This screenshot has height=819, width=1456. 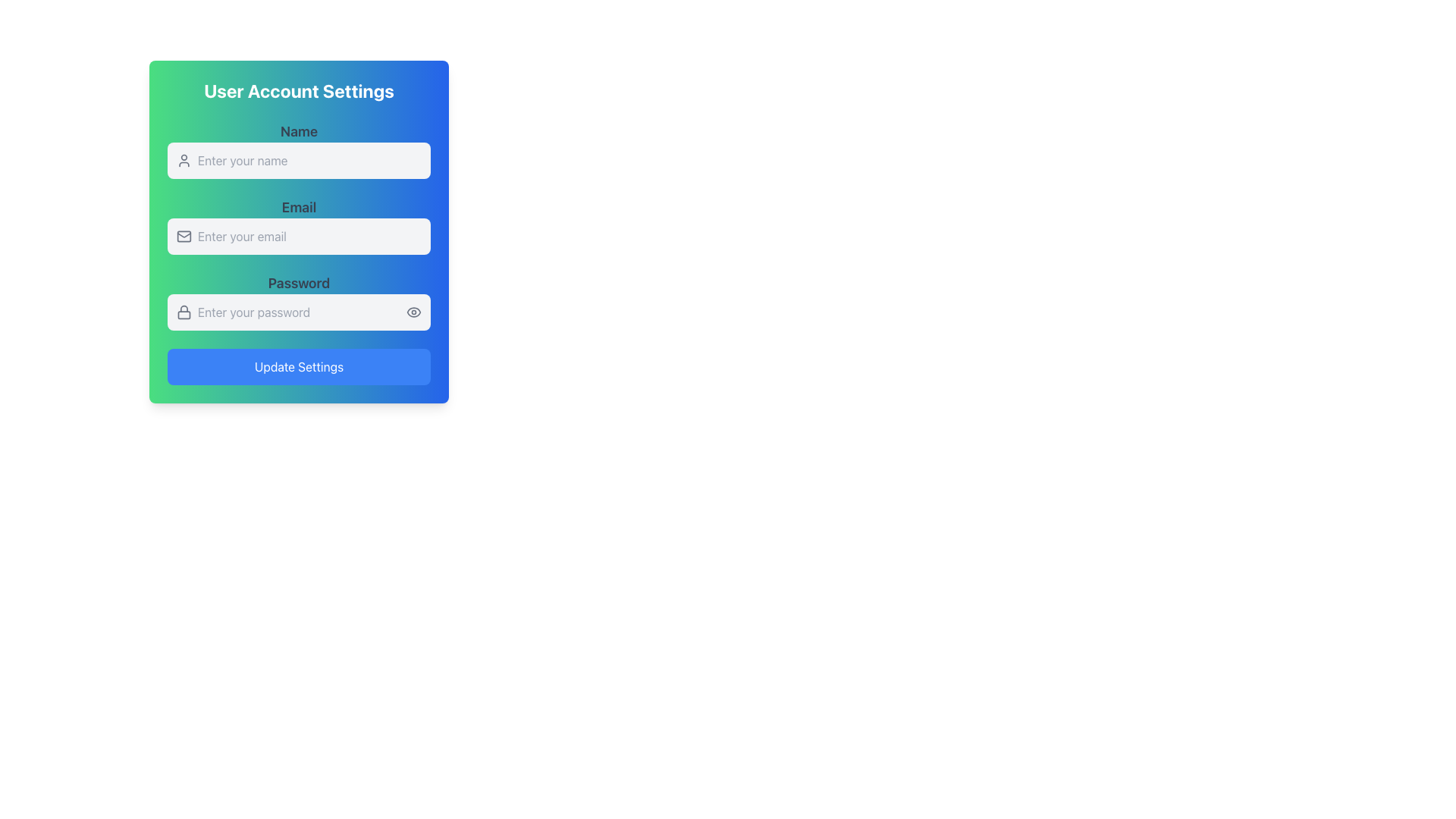 I want to click on the decorative icon located to the left of the 'Name' input field in the 'User Account Settings' section, so click(x=184, y=161).